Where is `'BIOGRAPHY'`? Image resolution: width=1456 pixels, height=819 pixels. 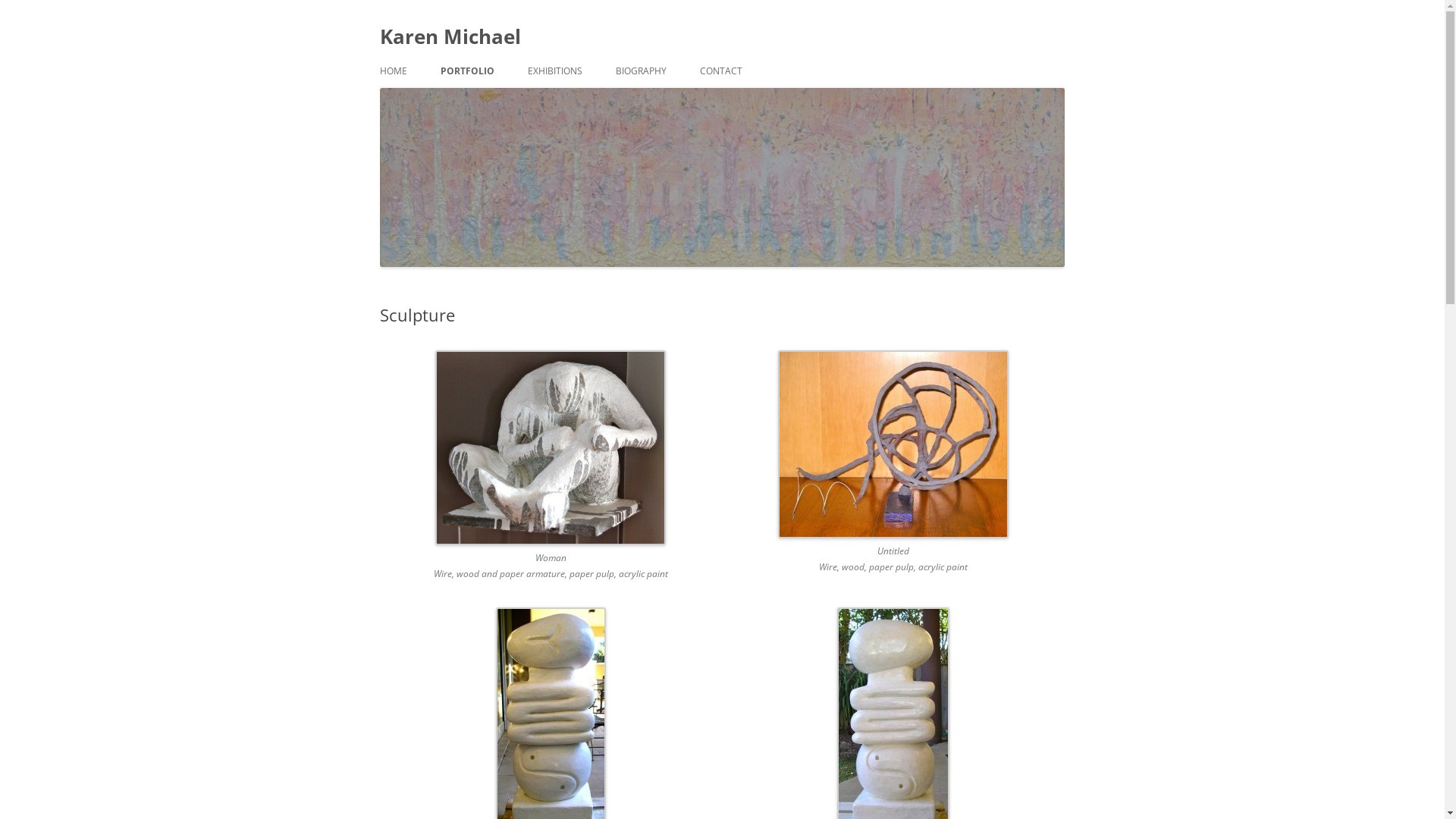
'BIOGRAPHY' is located at coordinates (641, 71).